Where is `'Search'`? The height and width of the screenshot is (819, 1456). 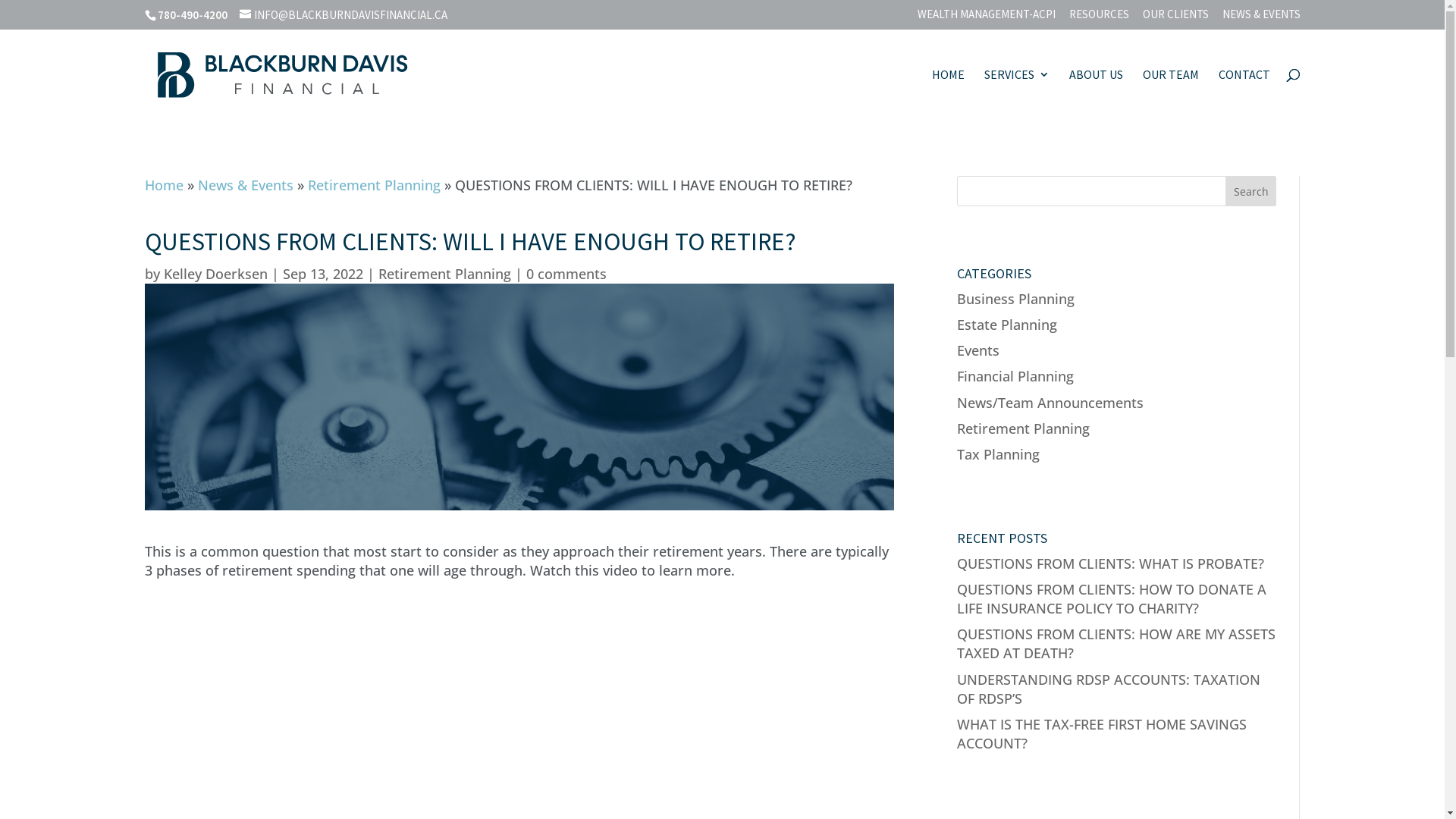 'Search' is located at coordinates (1251, 190).